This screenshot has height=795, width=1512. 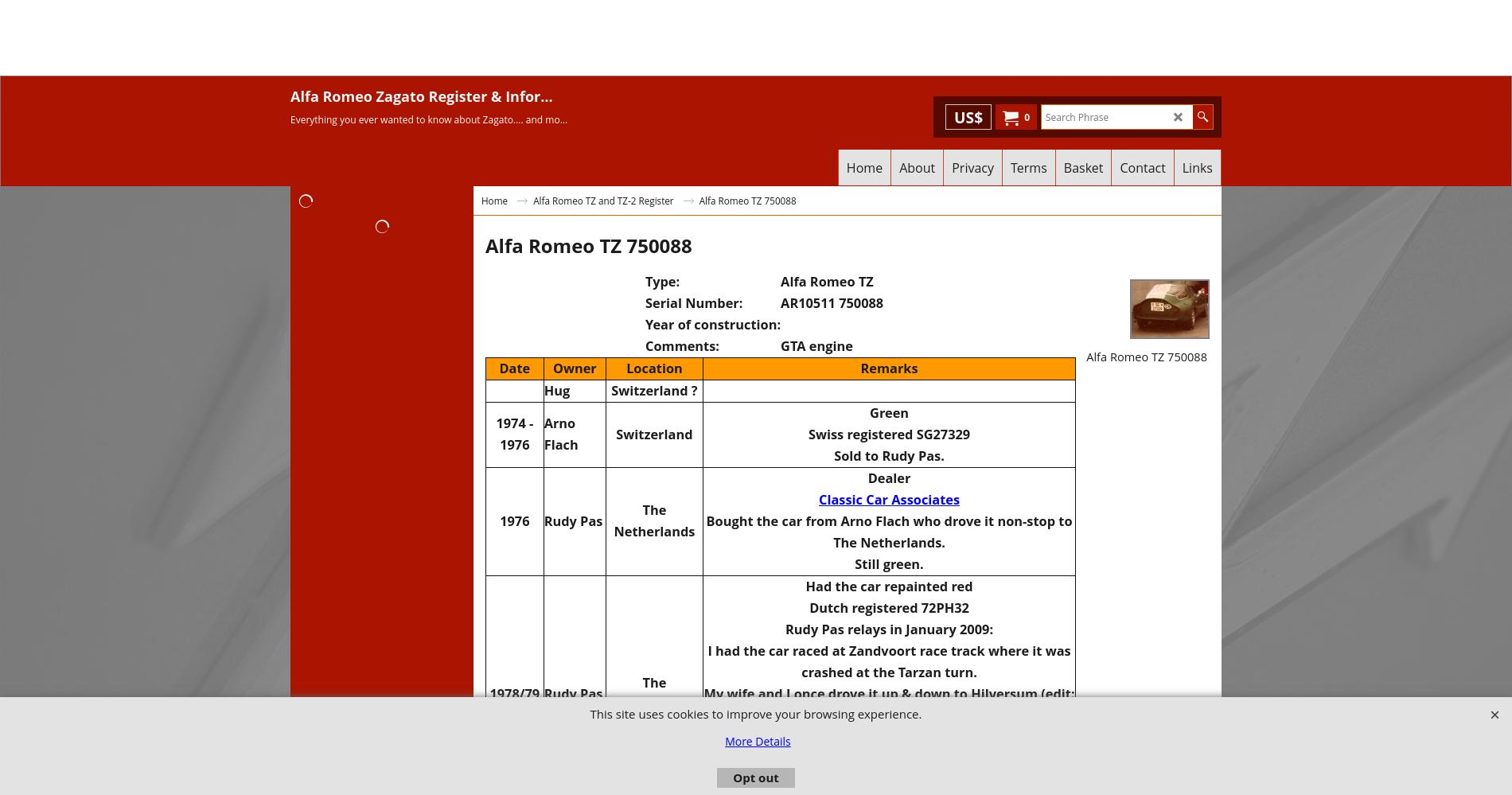 What do you see at coordinates (758, 741) in the screenshot?
I see `'More Details'` at bounding box center [758, 741].